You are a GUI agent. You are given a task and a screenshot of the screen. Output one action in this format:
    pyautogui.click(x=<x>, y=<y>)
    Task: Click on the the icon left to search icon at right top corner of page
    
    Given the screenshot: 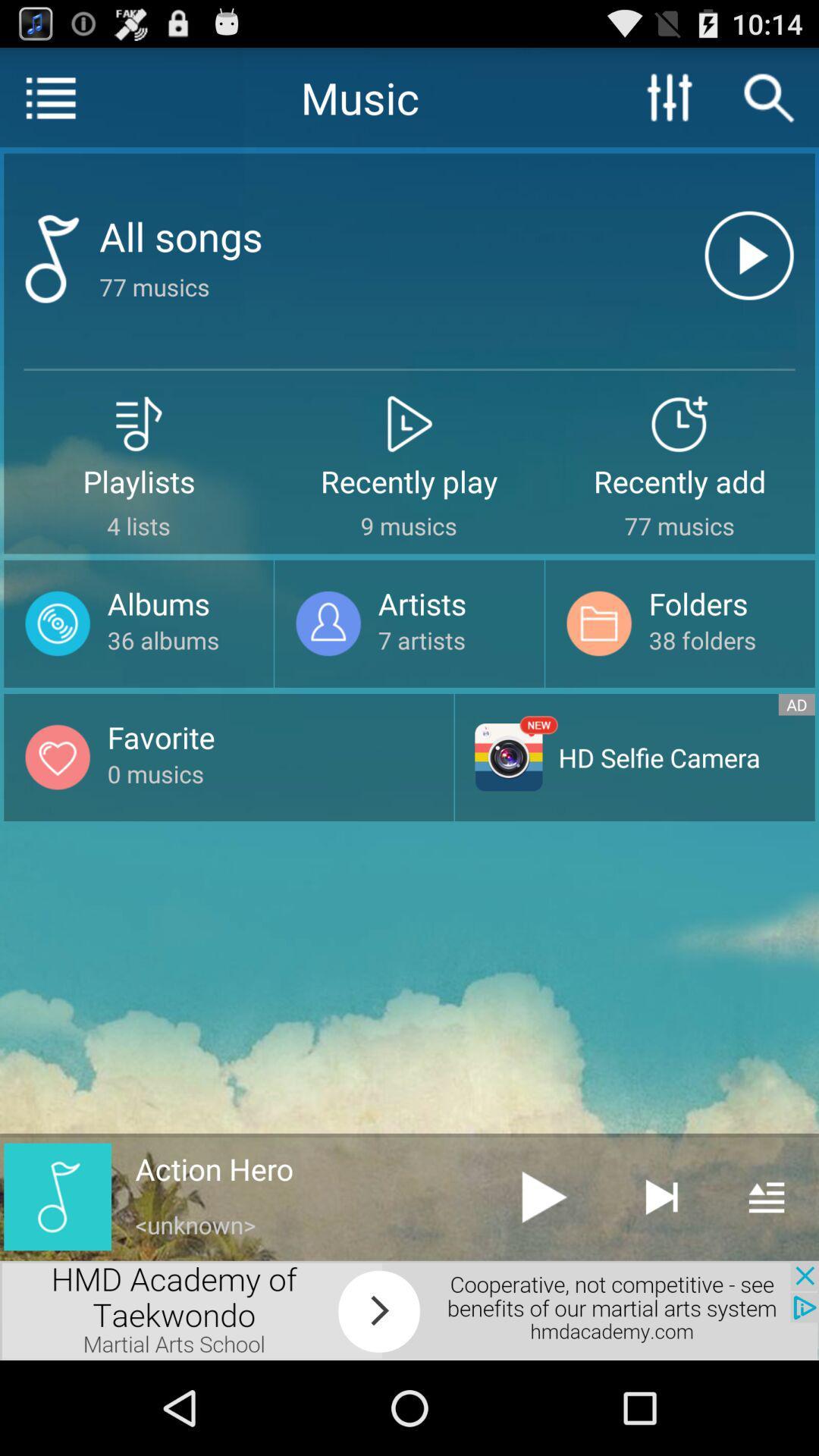 What is the action you would take?
    pyautogui.click(x=669, y=96)
    